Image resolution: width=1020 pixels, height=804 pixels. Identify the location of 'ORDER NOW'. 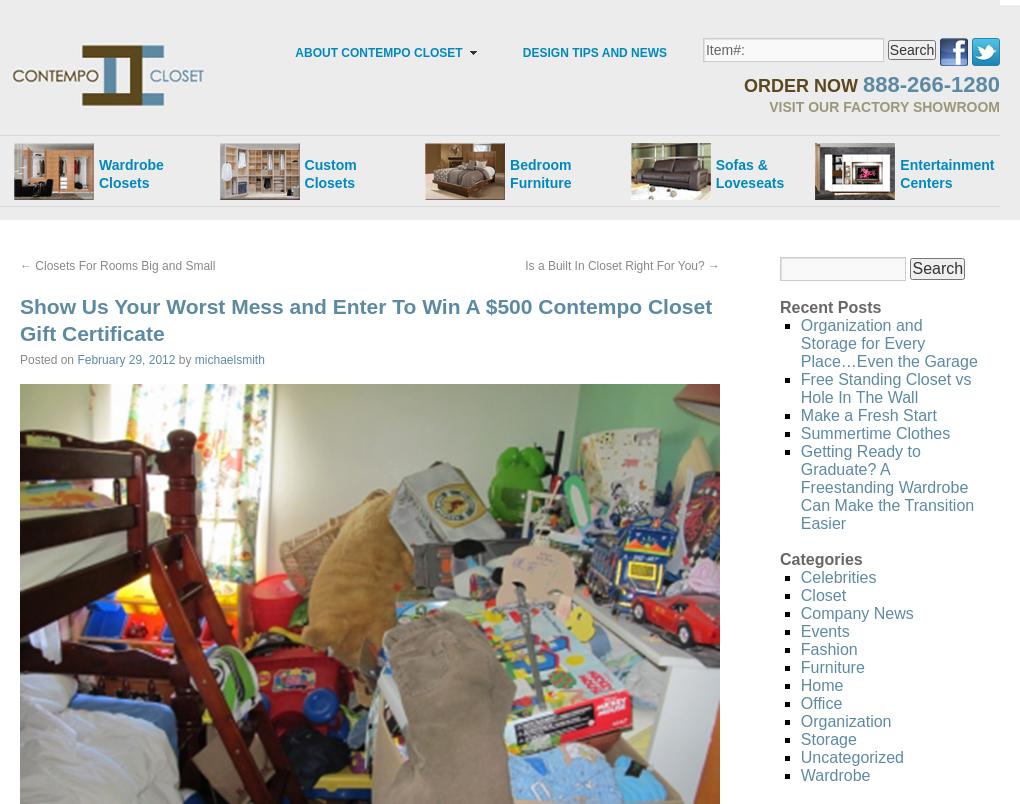
(801, 85).